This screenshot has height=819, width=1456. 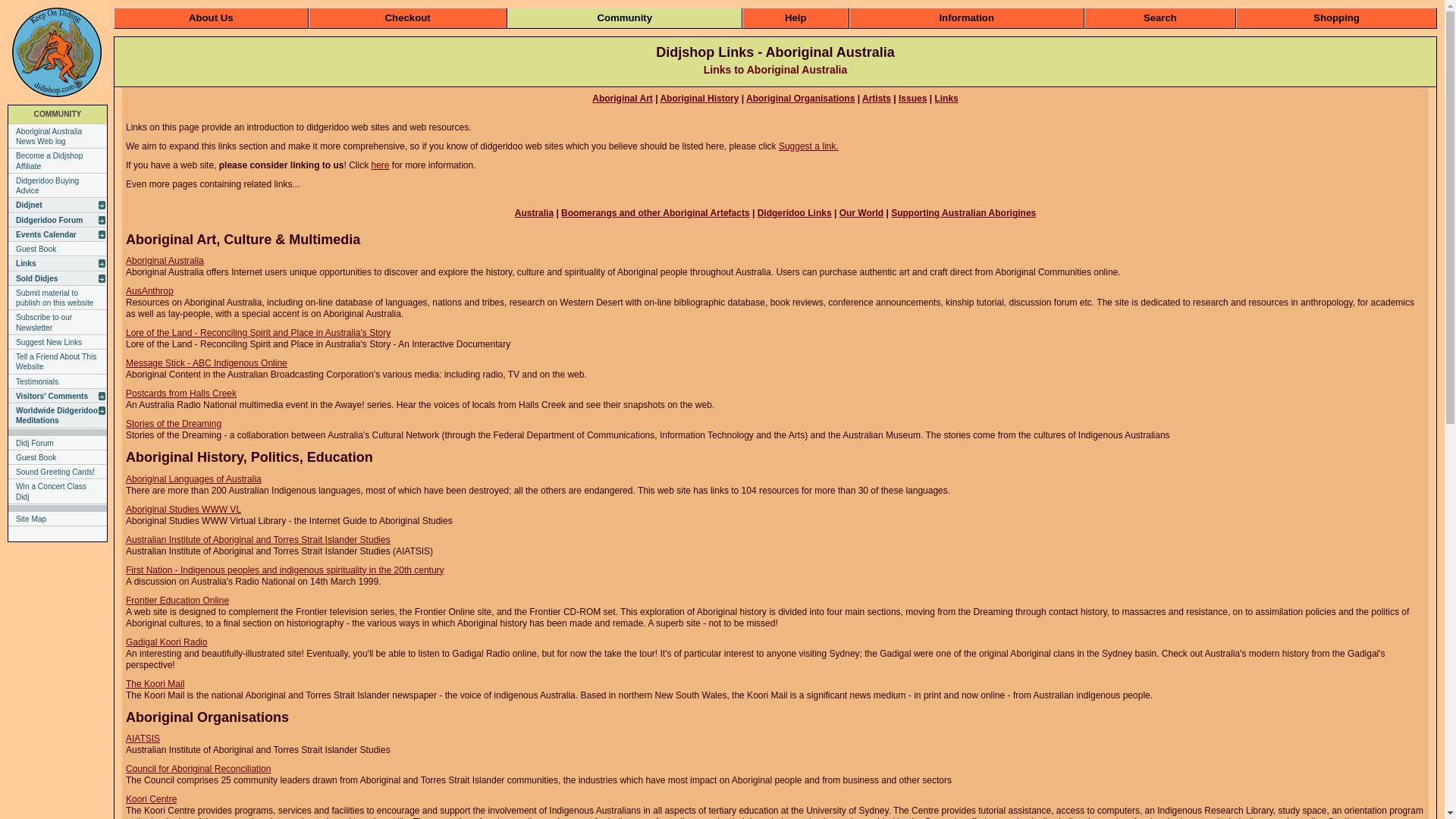 What do you see at coordinates (745, 99) in the screenshot?
I see `'Aboriginal Organisations'` at bounding box center [745, 99].